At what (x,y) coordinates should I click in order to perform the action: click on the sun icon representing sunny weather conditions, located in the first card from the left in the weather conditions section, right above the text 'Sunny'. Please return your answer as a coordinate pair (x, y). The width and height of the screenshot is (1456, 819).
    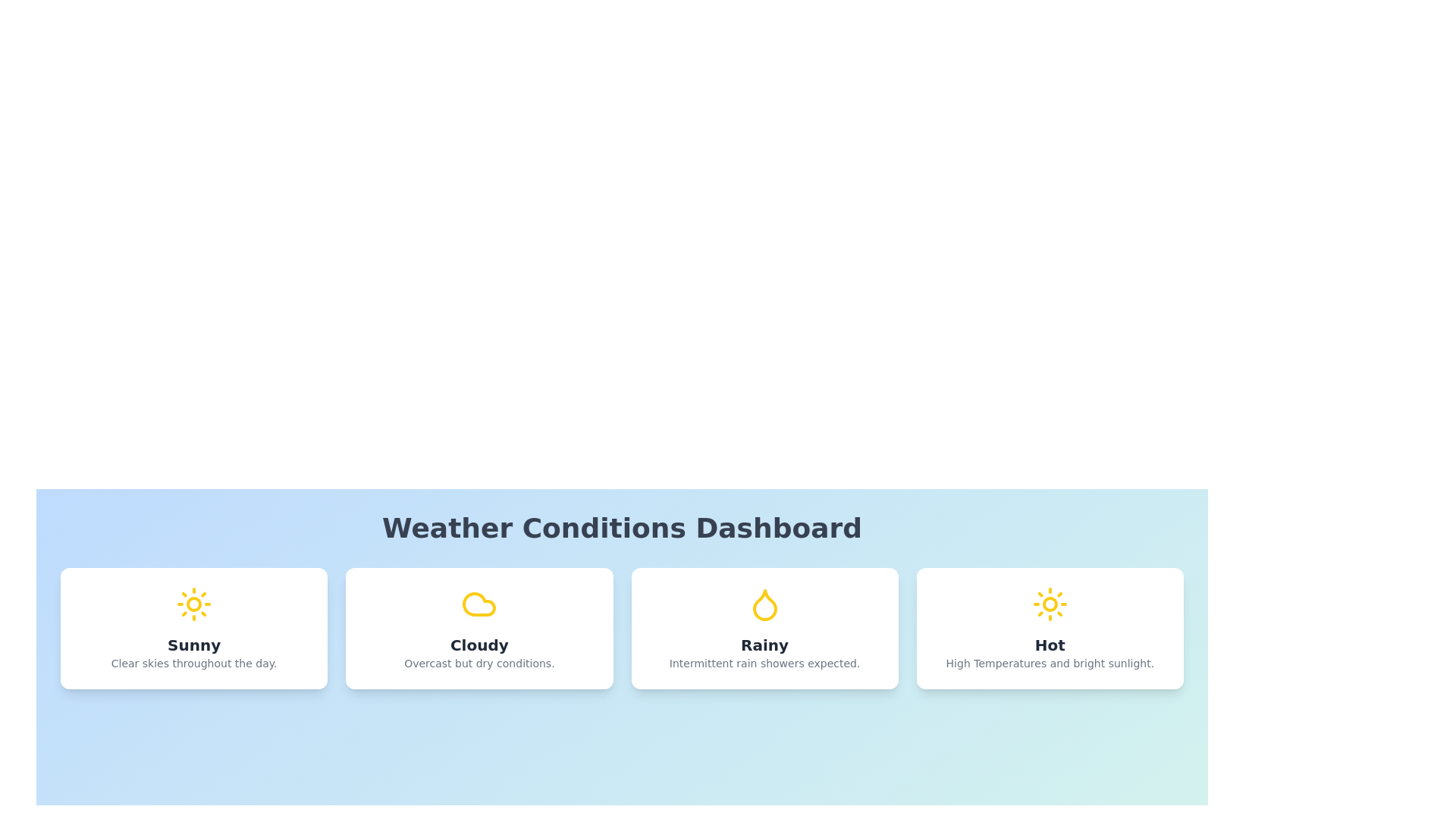
    Looking at the image, I should click on (193, 604).